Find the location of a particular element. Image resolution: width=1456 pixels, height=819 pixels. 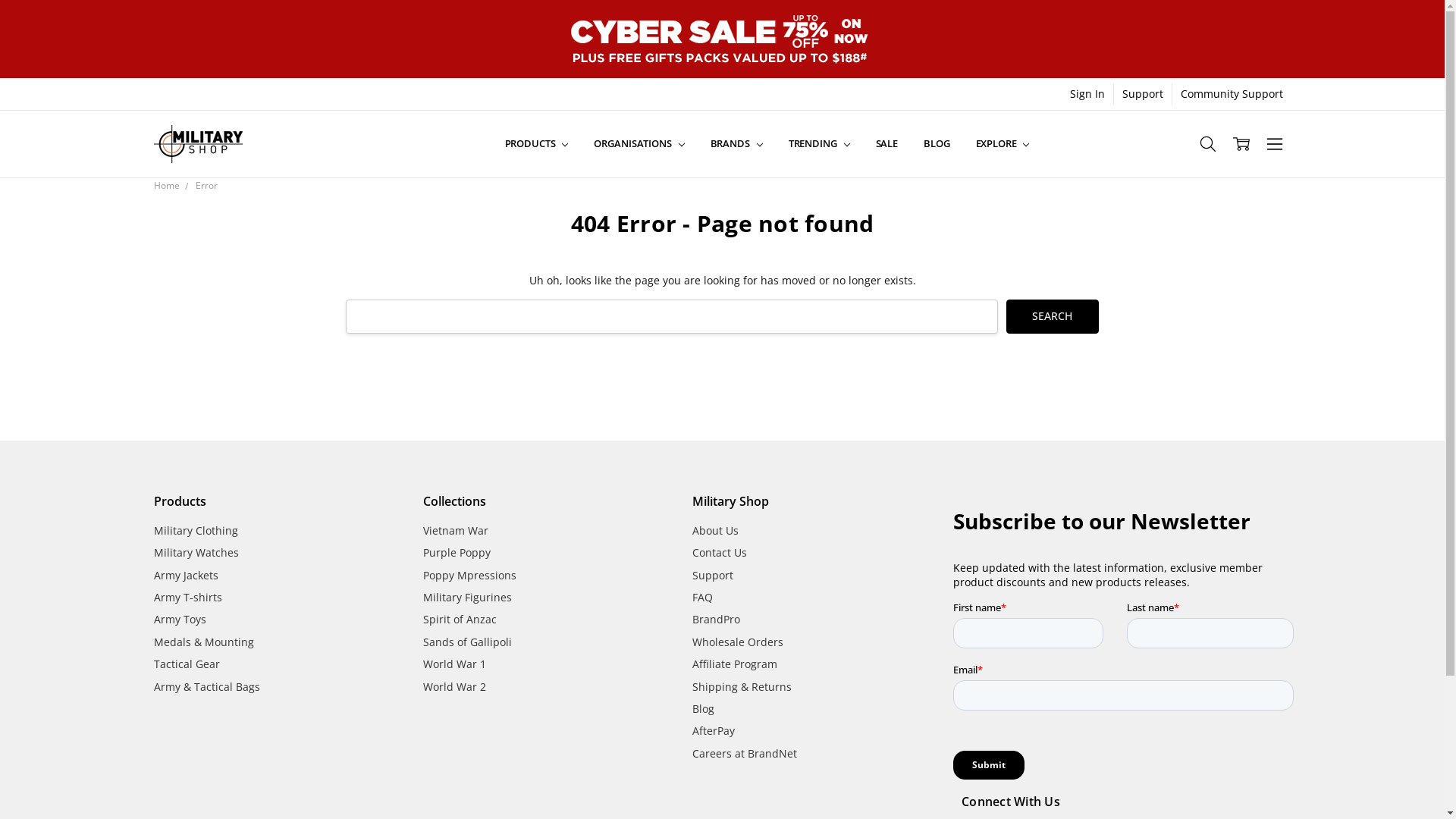

'Purple Poppy' is located at coordinates (456, 552).